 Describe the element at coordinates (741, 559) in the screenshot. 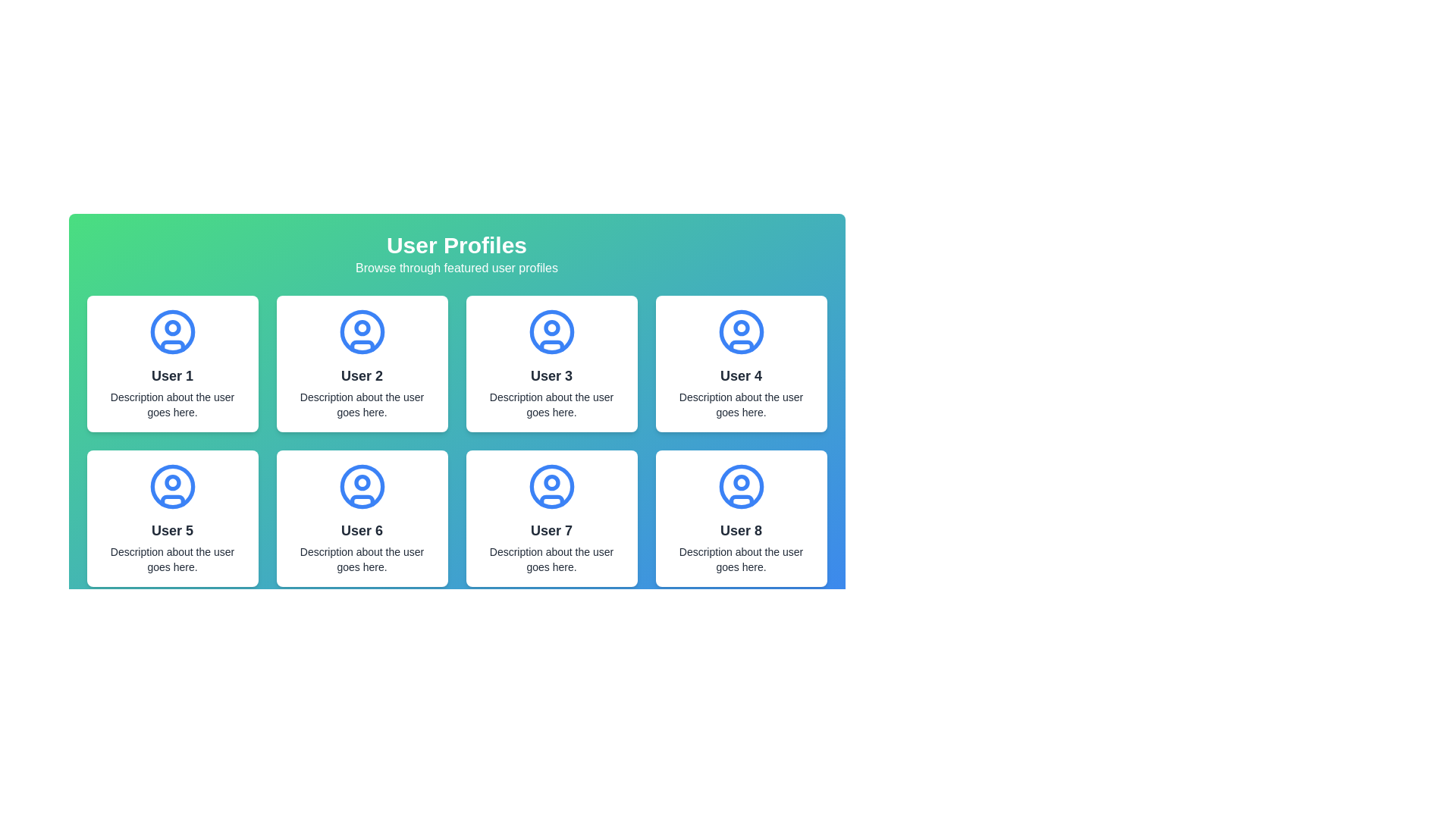

I see `text label that displays 'Description about the user goes here.' located directly below 'User 8' in the user information card` at that location.